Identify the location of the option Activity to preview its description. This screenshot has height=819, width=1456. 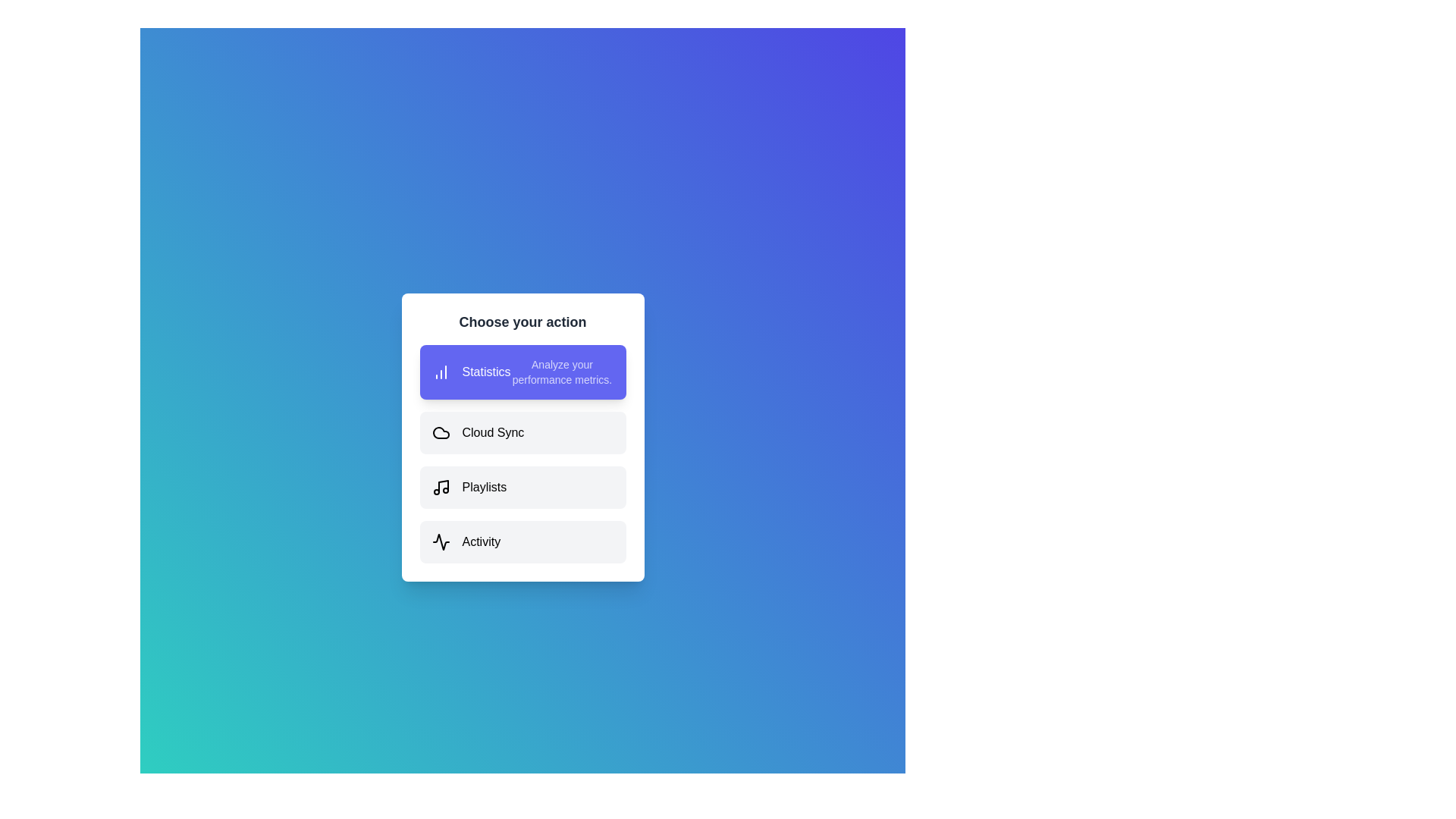
(522, 541).